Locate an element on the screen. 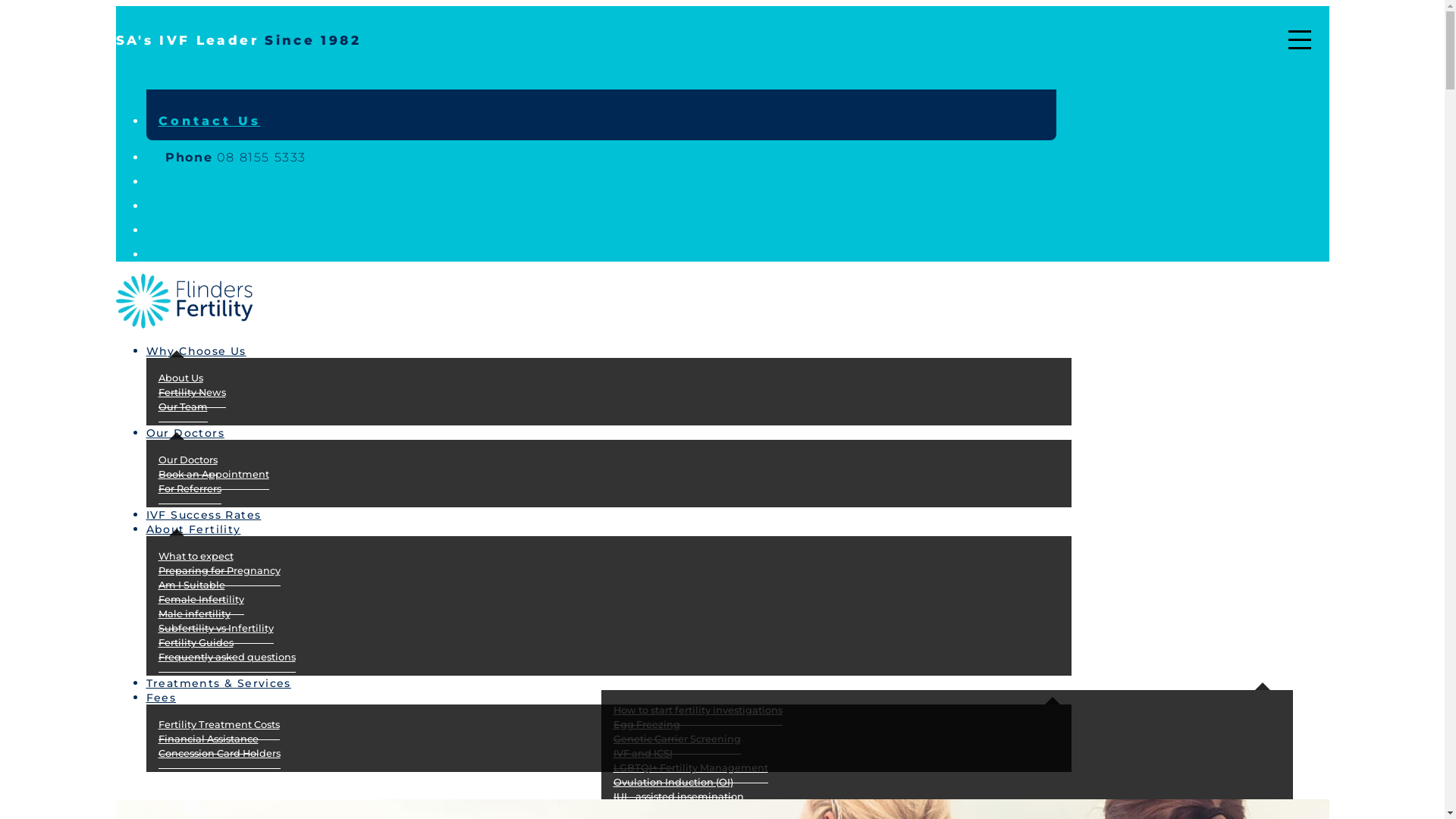  'Book an Appointment' is located at coordinates (157, 473).